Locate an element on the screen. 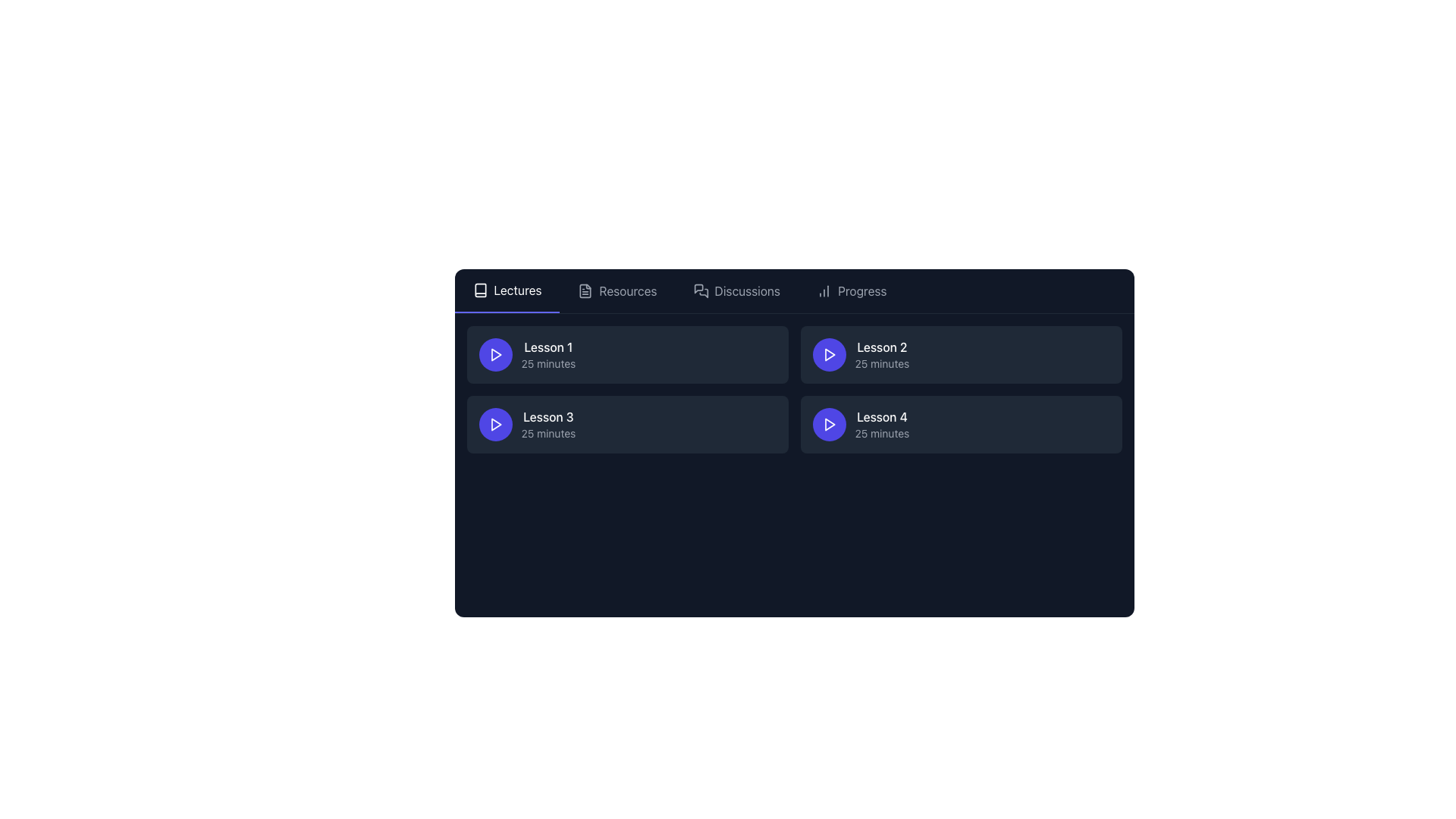 This screenshot has height=819, width=1456. the small vector graphic icon resembling an open book located next to the 'Lectures' label in the top-left corner of the interface is located at coordinates (479, 290).